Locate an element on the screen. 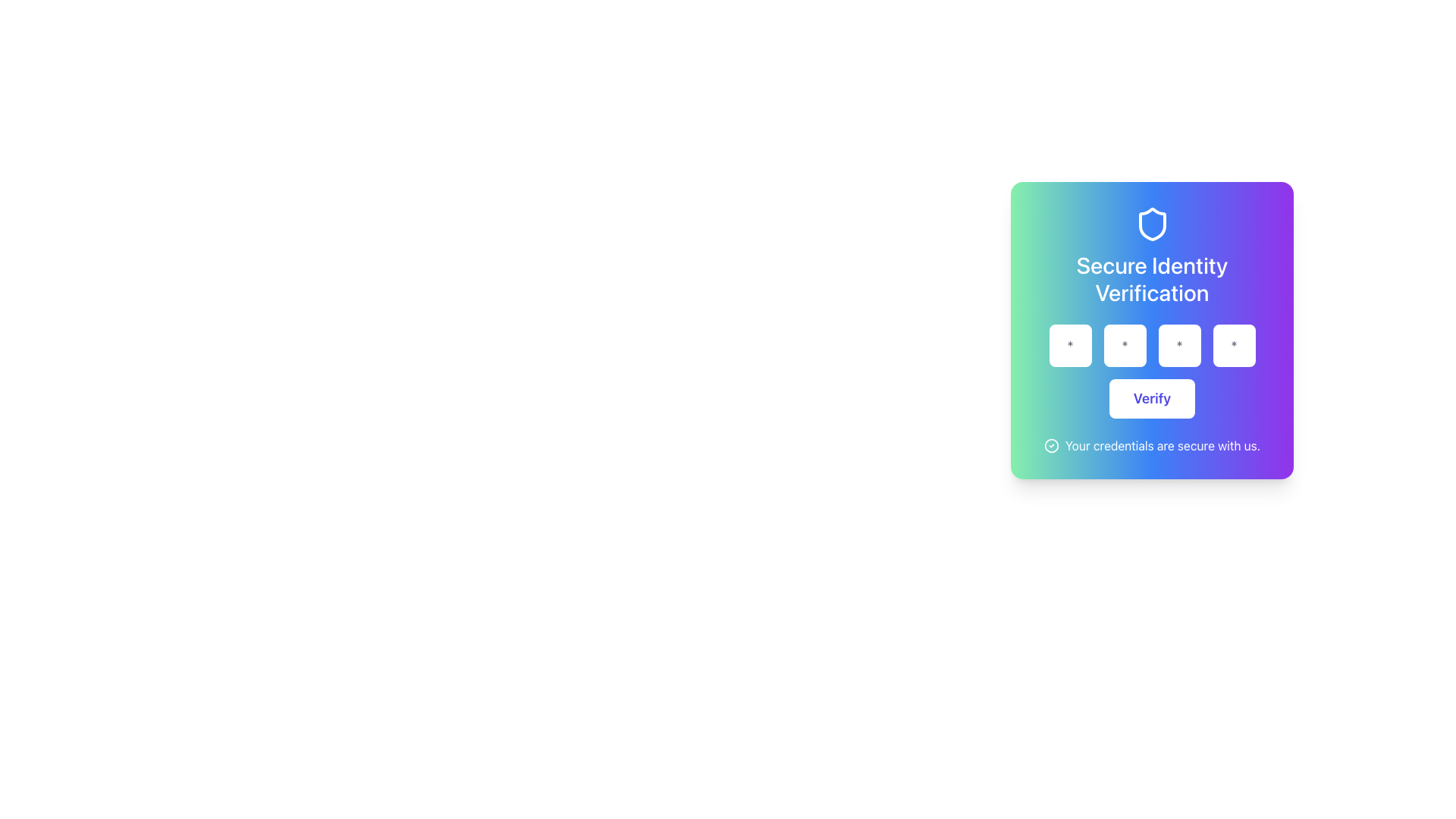 The image size is (1456, 819). the specific input field within the Group of Input Fields for secure code entry, located below the 'Secure Identity Verification' heading and above the 'Verify' button is located at coordinates (1152, 345).